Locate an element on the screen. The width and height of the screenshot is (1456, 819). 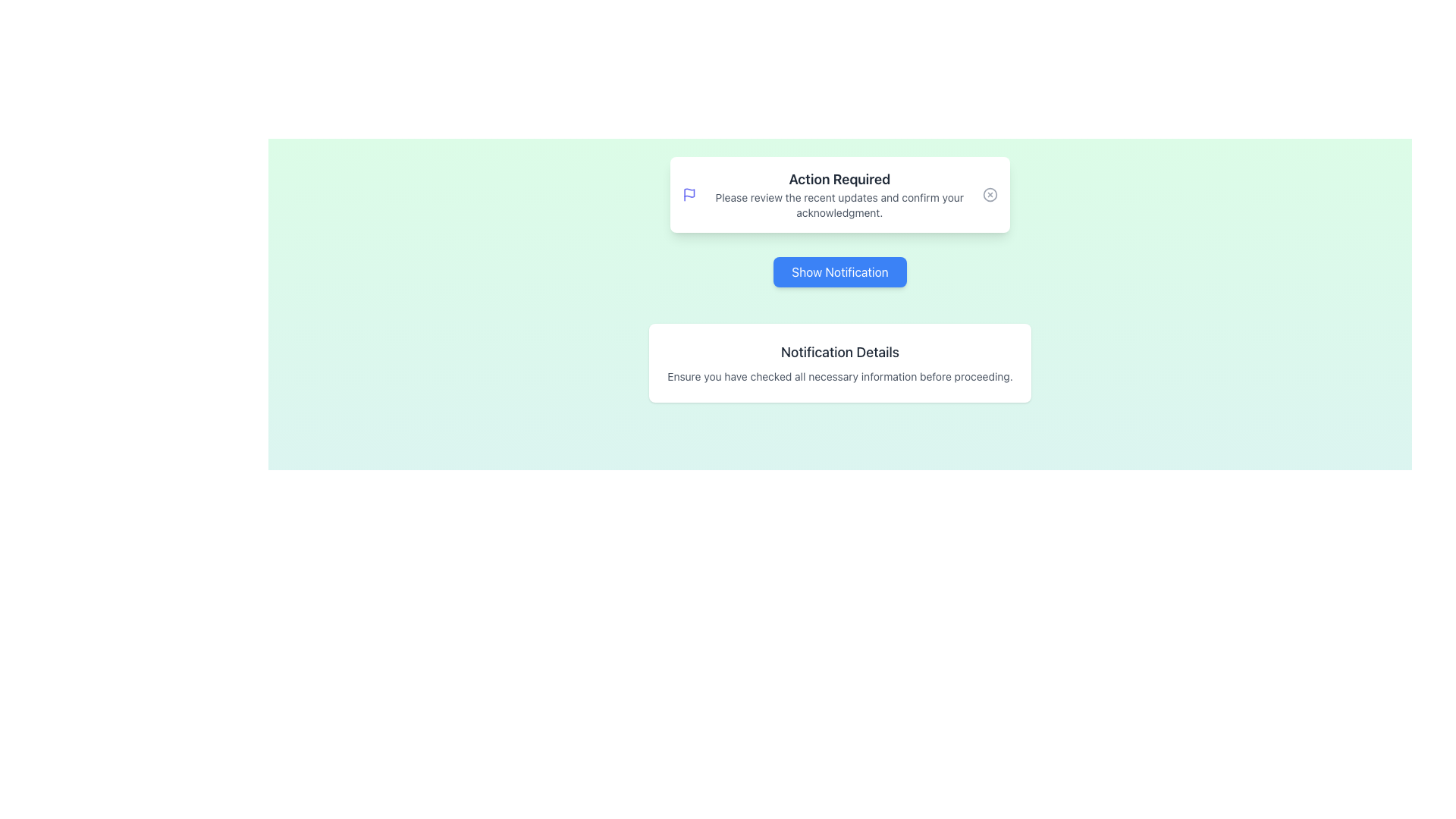
the flag icon located at the top-left corner of the notification card labeled 'Action Required', which indicates an urgent state is located at coordinates (689, 192).